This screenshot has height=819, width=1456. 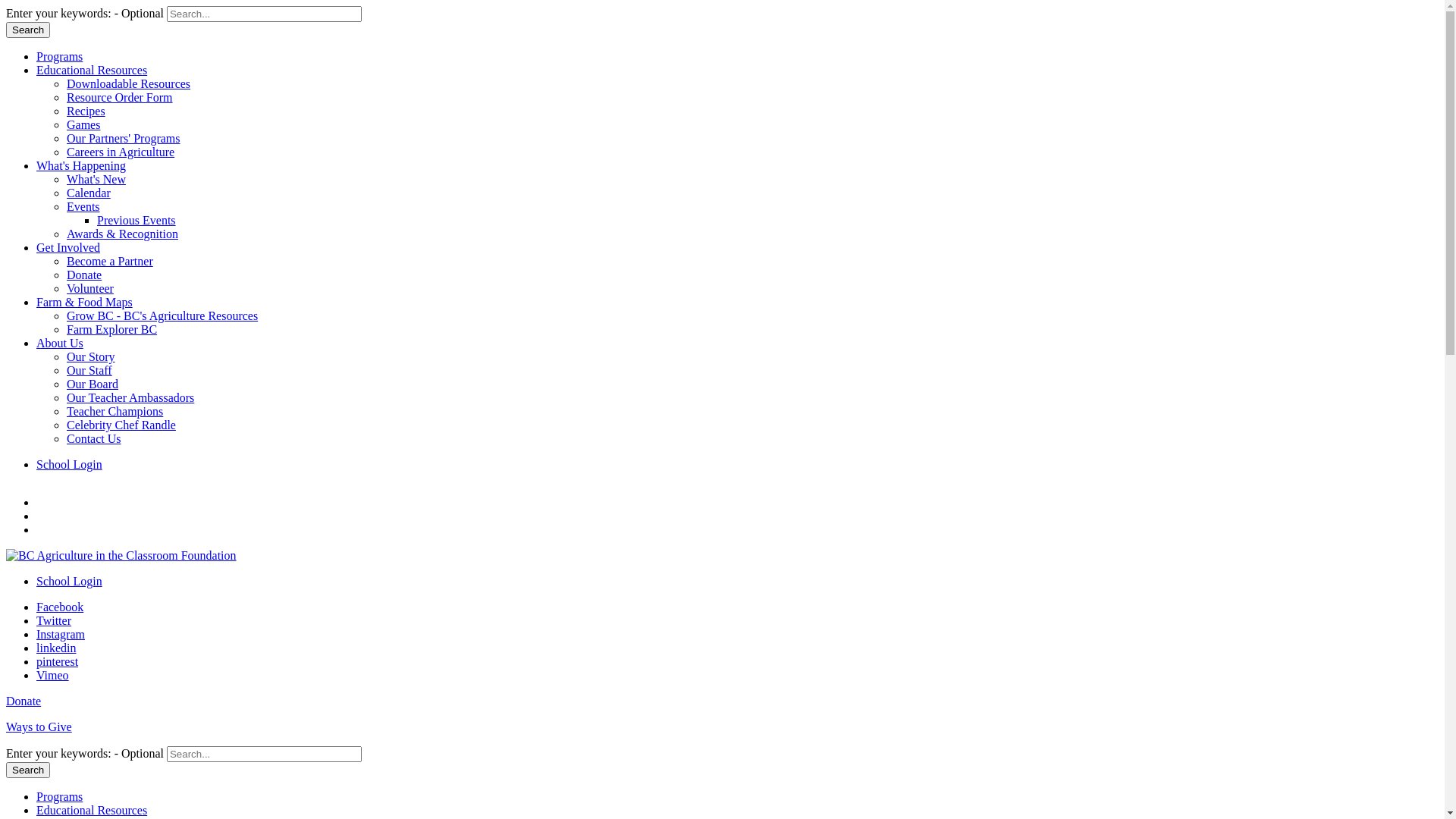 I want to click on 'Our Story', so click(x=90, y=356).